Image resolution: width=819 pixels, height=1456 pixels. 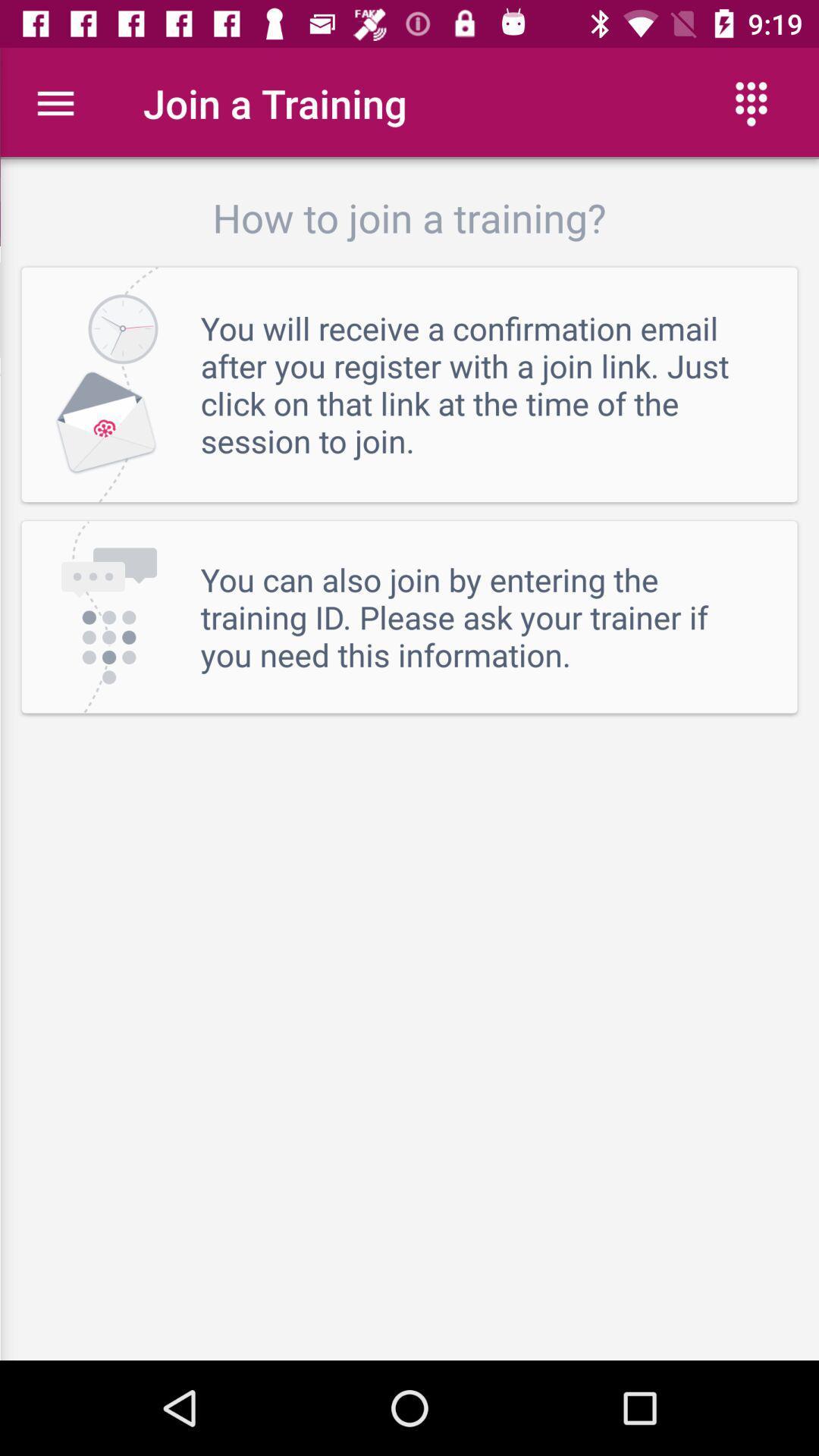 What do you see at coordinates (55, 102) in the screenshot?
I see `icon to the left of the join a training icon` at bounding box center [55, 102].